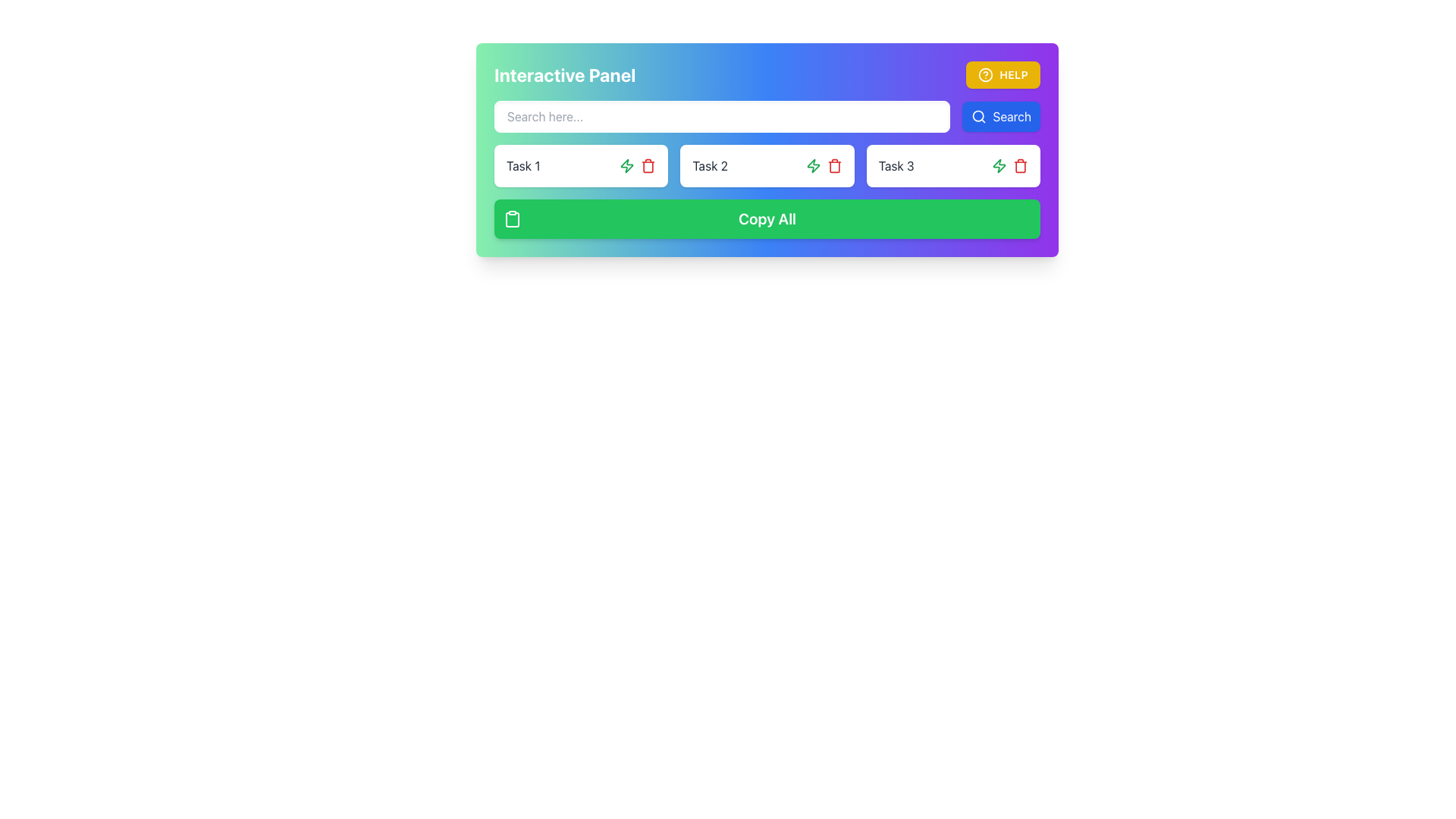  Describe the element at coordinates (1020, 166) in the screenshot. I see `the Trash Bin icon button` at that location.